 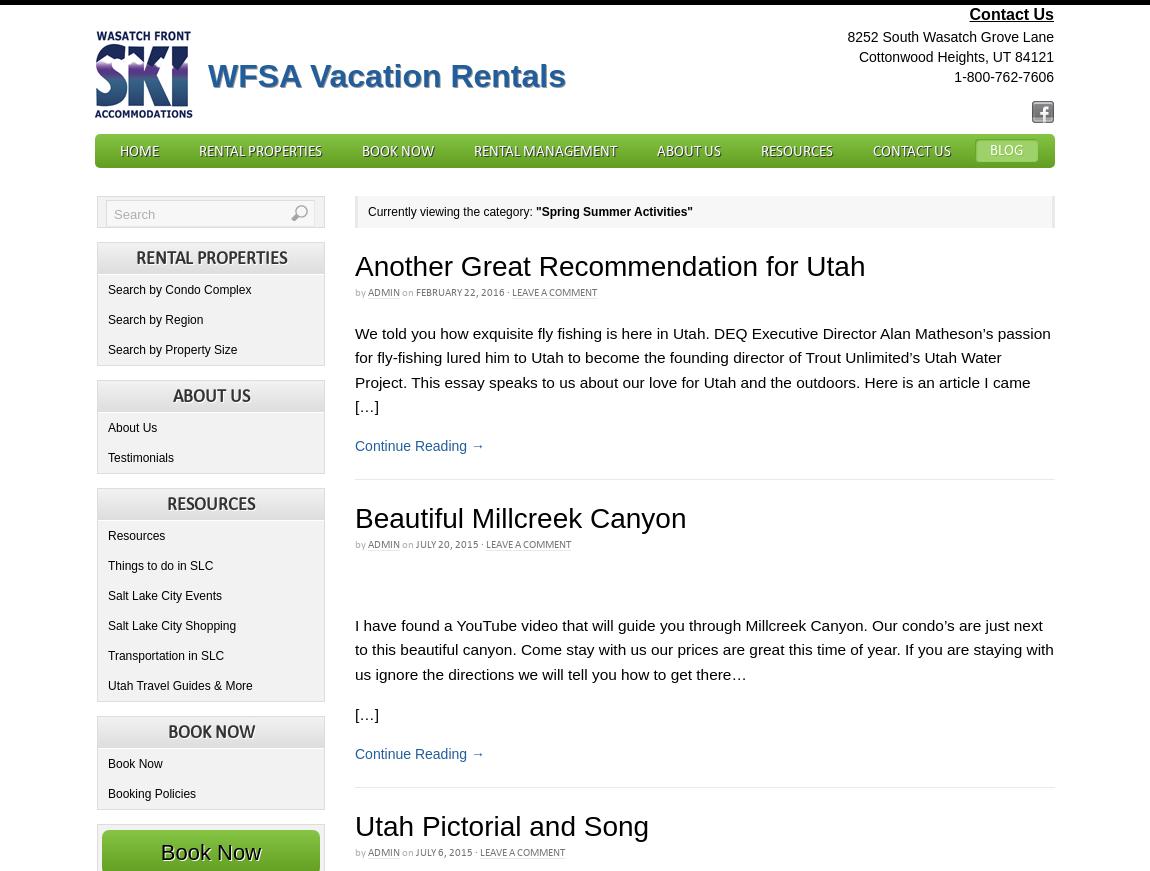 I want to click on 'July 6, 2015', so click(x=444, y=851).